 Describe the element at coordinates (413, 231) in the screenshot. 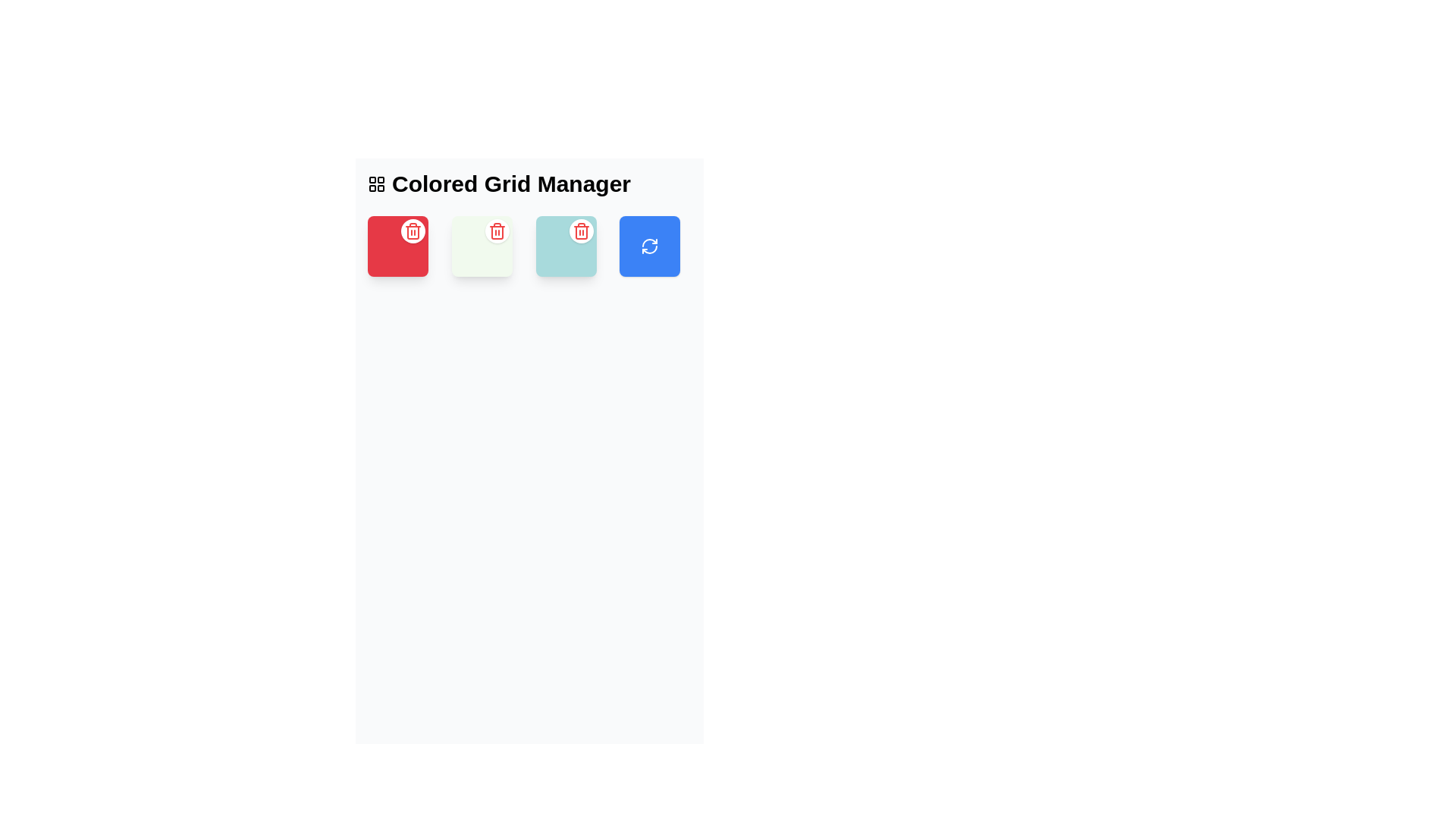

I see `the small circular delete button with a red trash bin graphic at the upper-right corner of the first red square card under the 'Colored Grid Manager' header` at that location.